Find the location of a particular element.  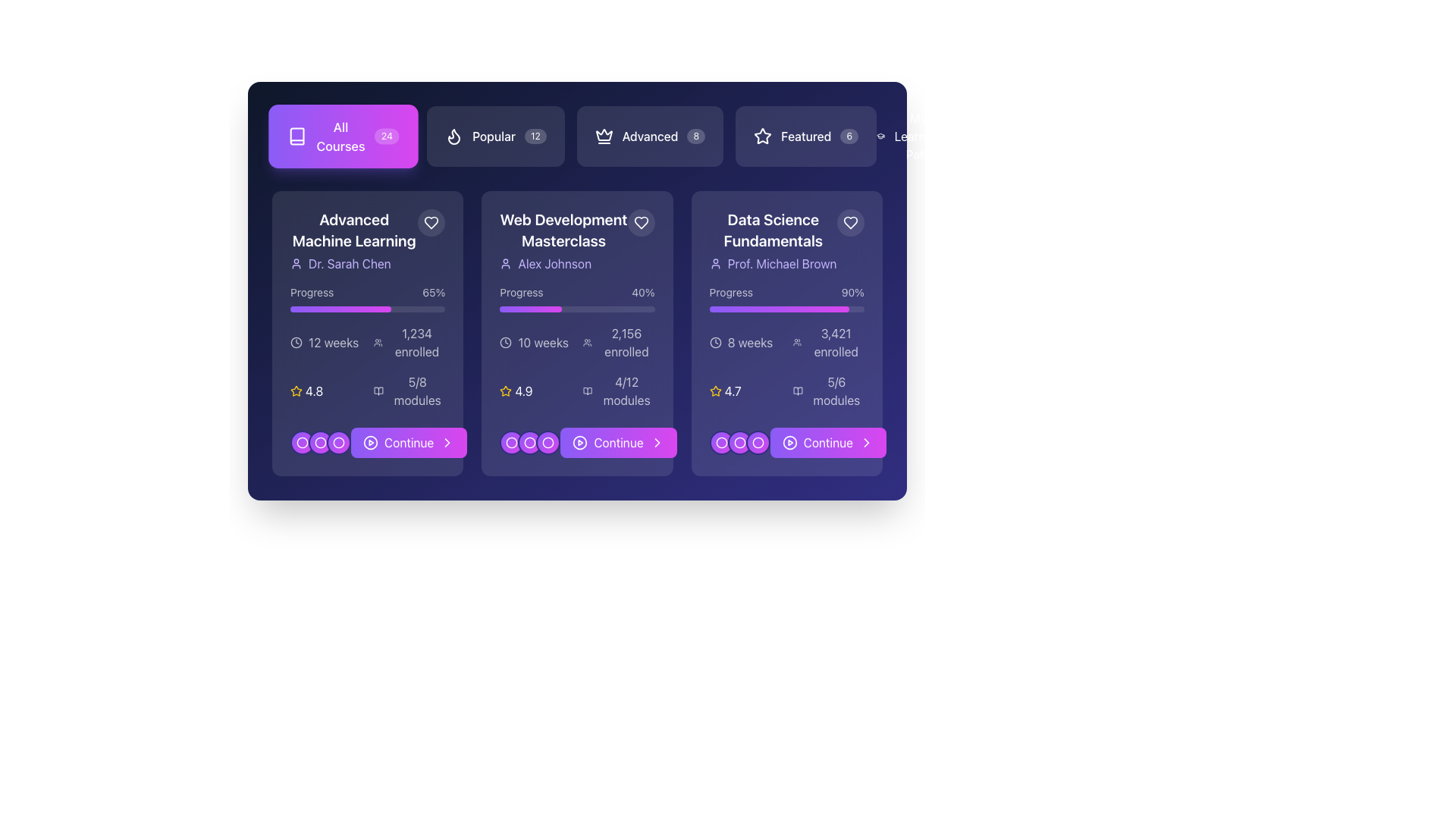

the call-to-action button located at the bottom center of the middle card in a row of three cards to proceed to the next step is located at coordinates (619, 442).